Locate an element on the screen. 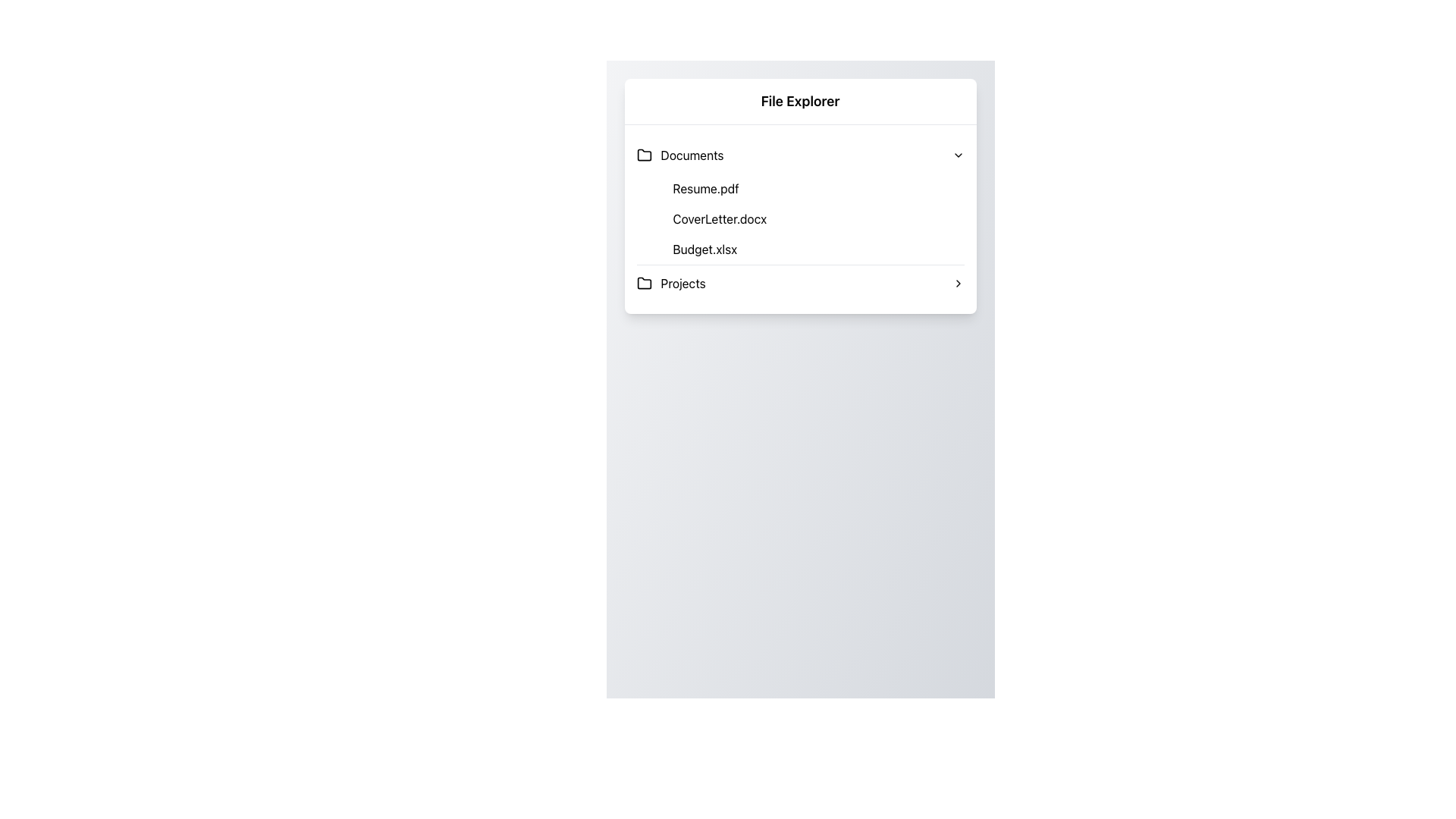 The width and height of the screenshot is (1456, 819). the 'Documents' button which is the first item in the list of the 'File Explorer' interface, featuring a folder icon on the left and the text 'Documents' on the right is located at coordinates (679, 155).